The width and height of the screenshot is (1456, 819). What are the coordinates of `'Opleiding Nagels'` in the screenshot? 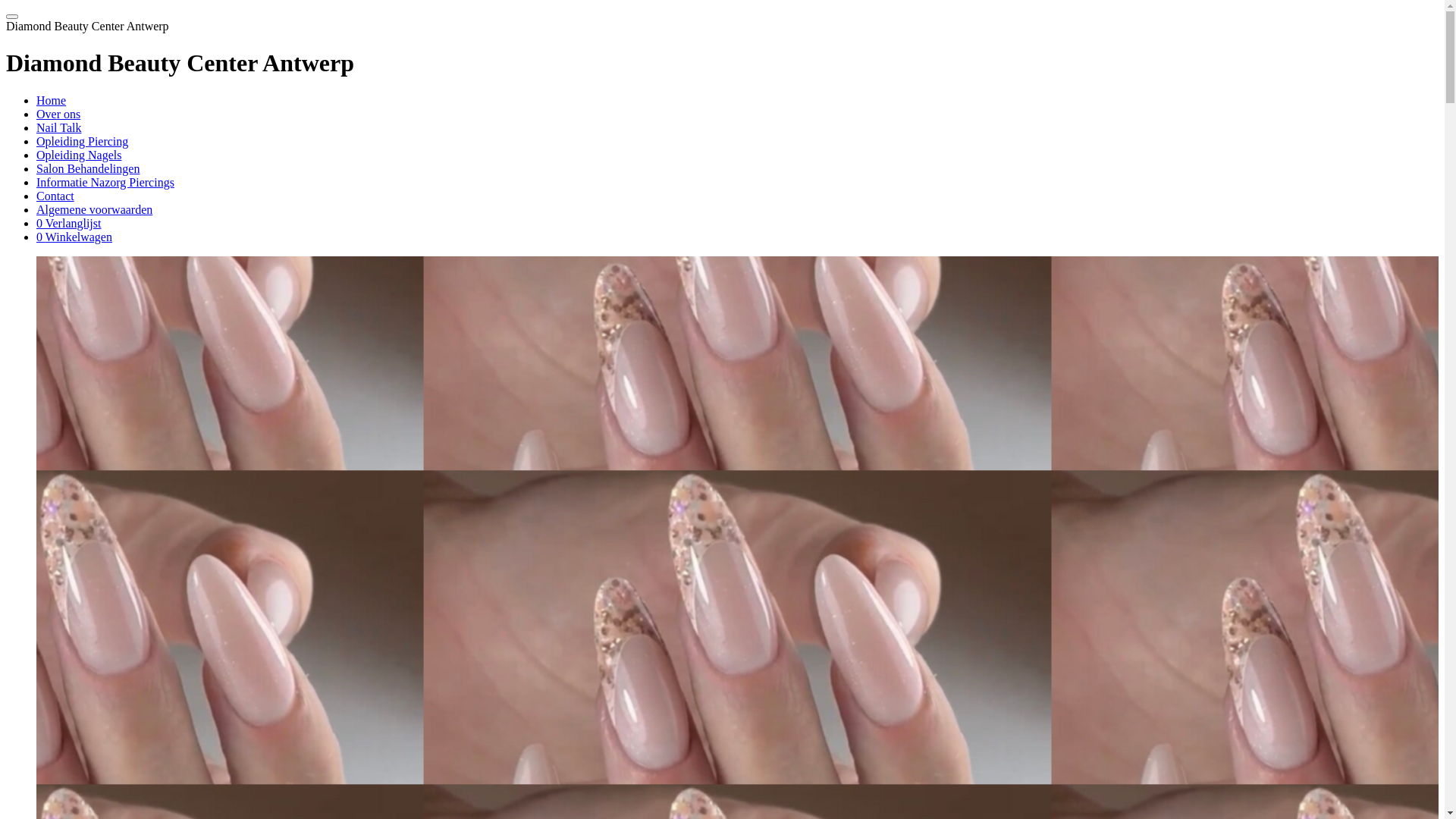 It's located at (78, 155).